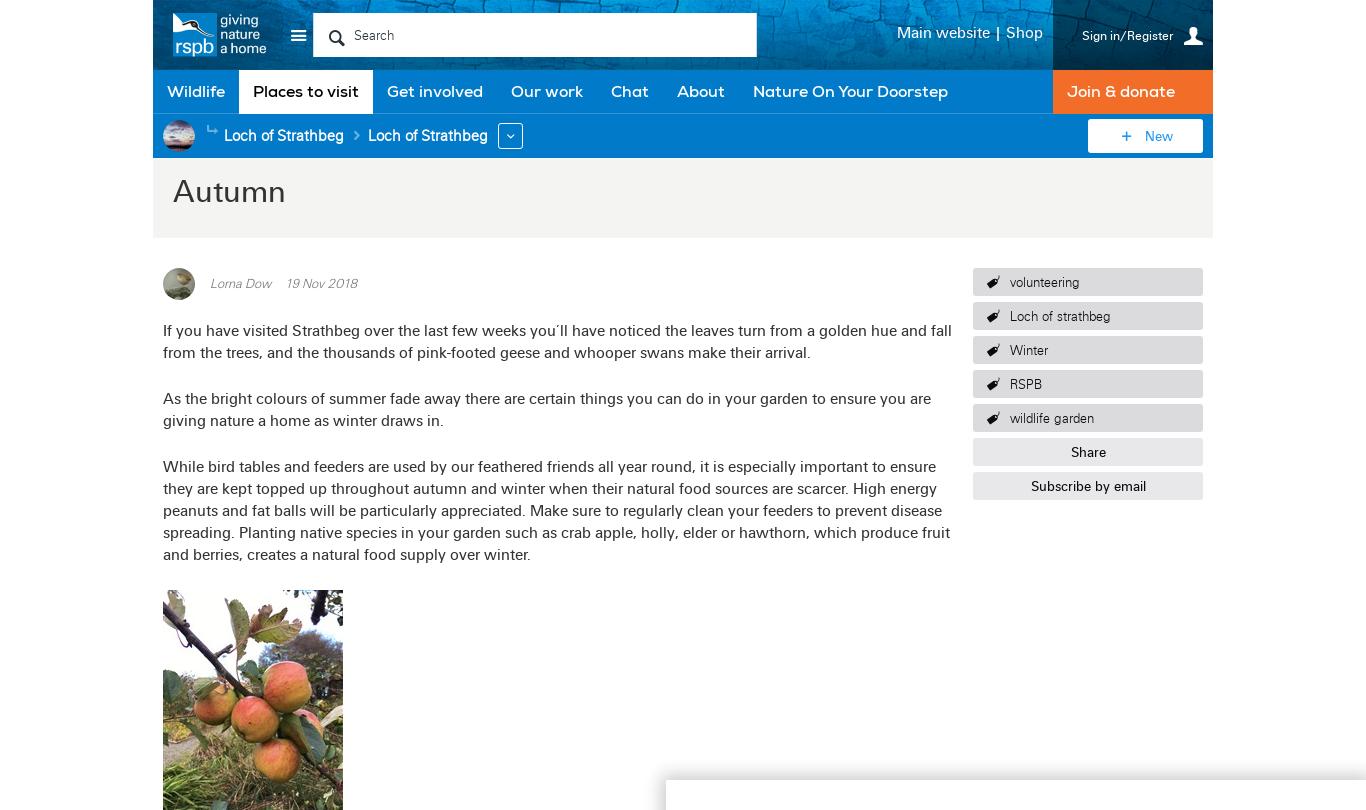 The height and width of the screenshot is (810, 1366). What do you see at coordinates (849, 91) in the screenshot?
I see `'Nature On Your Doorstep'` at bounding box center [849, 91].